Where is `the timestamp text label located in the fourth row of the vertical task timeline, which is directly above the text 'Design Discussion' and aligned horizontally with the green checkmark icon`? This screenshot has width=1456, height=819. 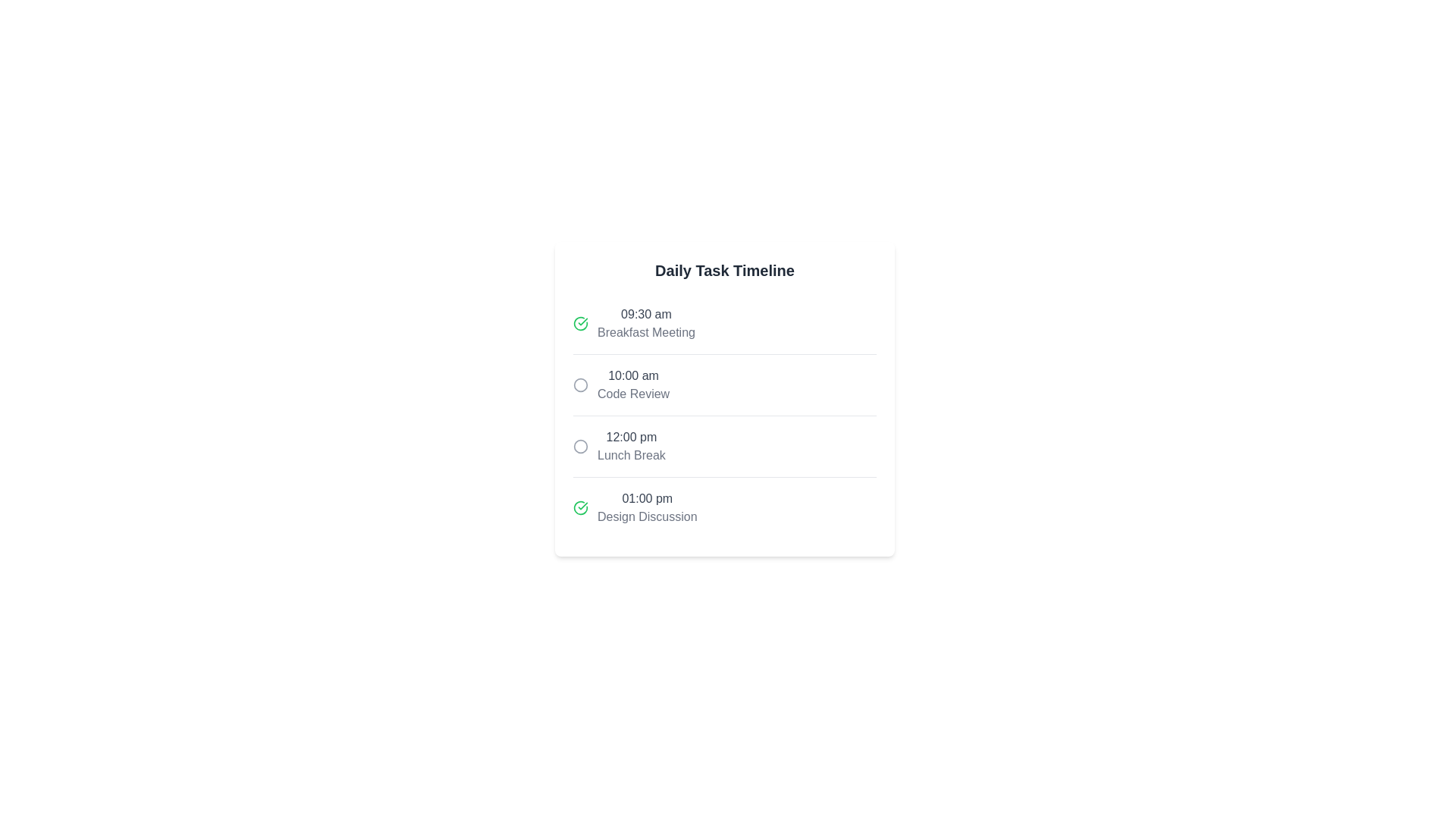
the timestamp text label located in the fourth row of the vertical task timeline, which is directly above the text 'Design Discussion' and aligned horizontally with the green checkmark icon is located at coordinates (647, 498).